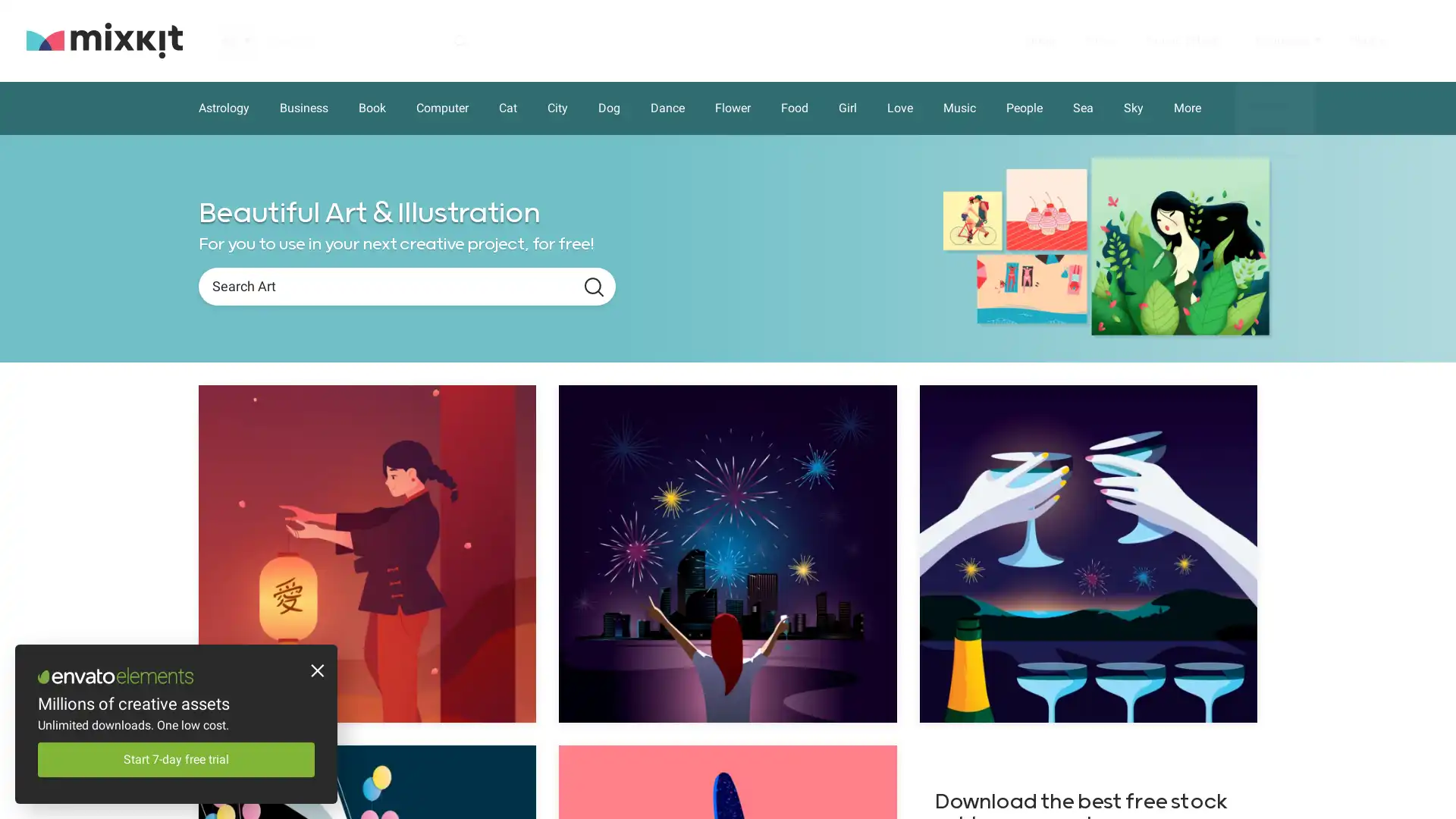 This screenshot has width=1456, height=819. I want to click on Search, so click(459, 39).